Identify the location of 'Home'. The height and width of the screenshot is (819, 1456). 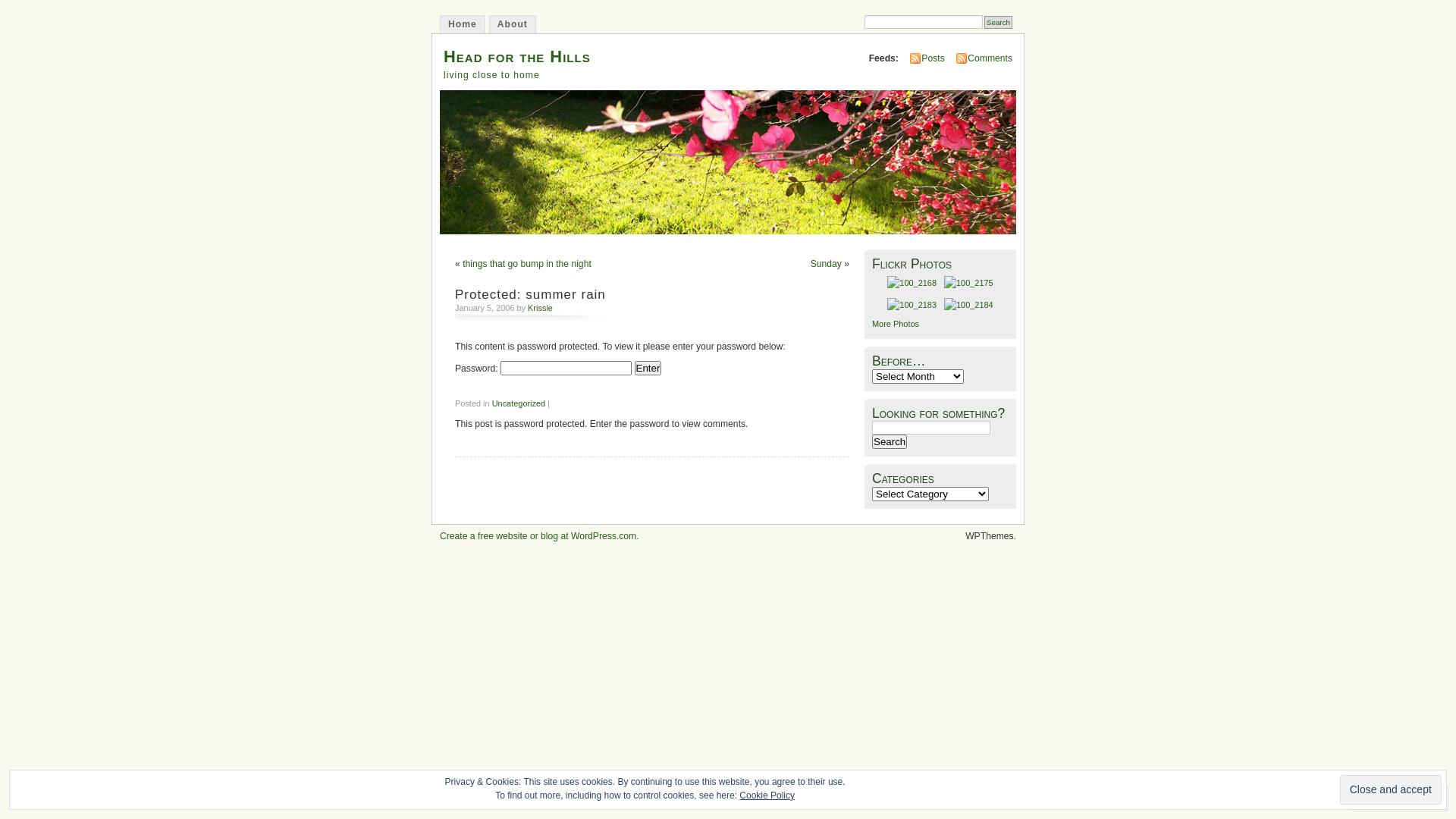
(461, 24).